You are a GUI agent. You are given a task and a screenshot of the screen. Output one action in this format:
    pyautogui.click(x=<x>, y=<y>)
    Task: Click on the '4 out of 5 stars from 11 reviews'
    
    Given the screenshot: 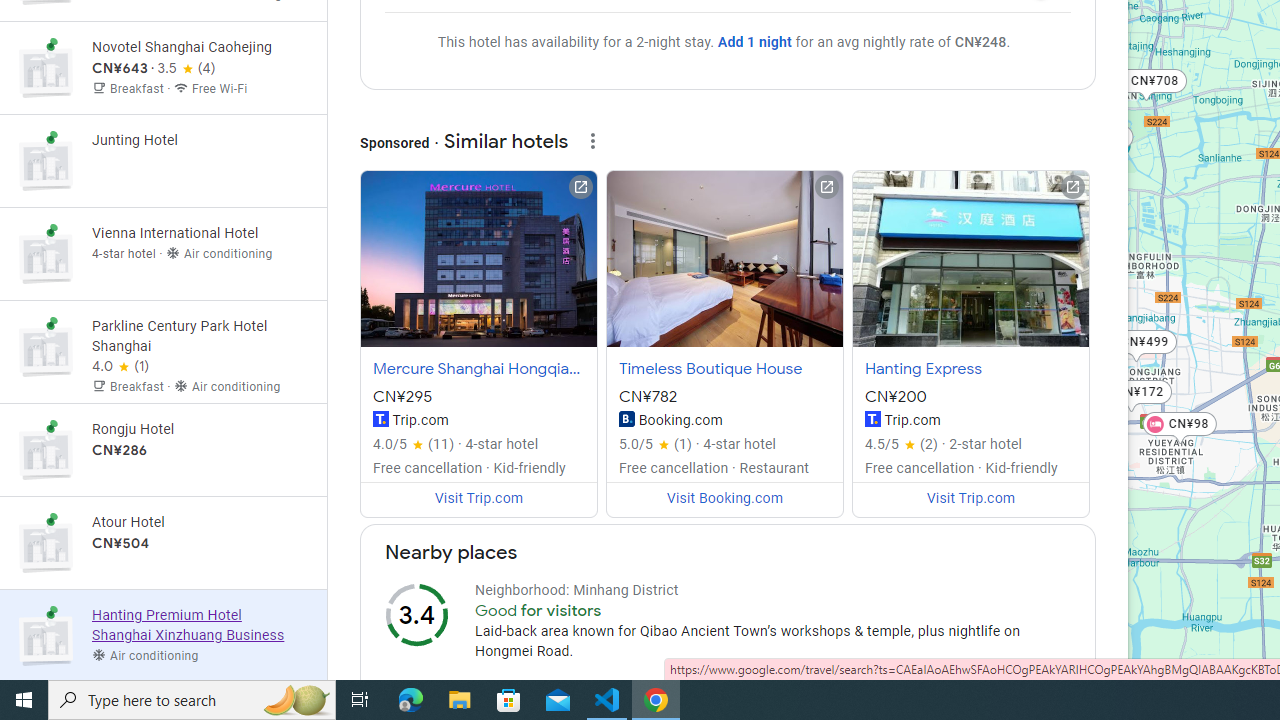 What is the action you would take?
    pyautogui.click(x=412, y=443)
    